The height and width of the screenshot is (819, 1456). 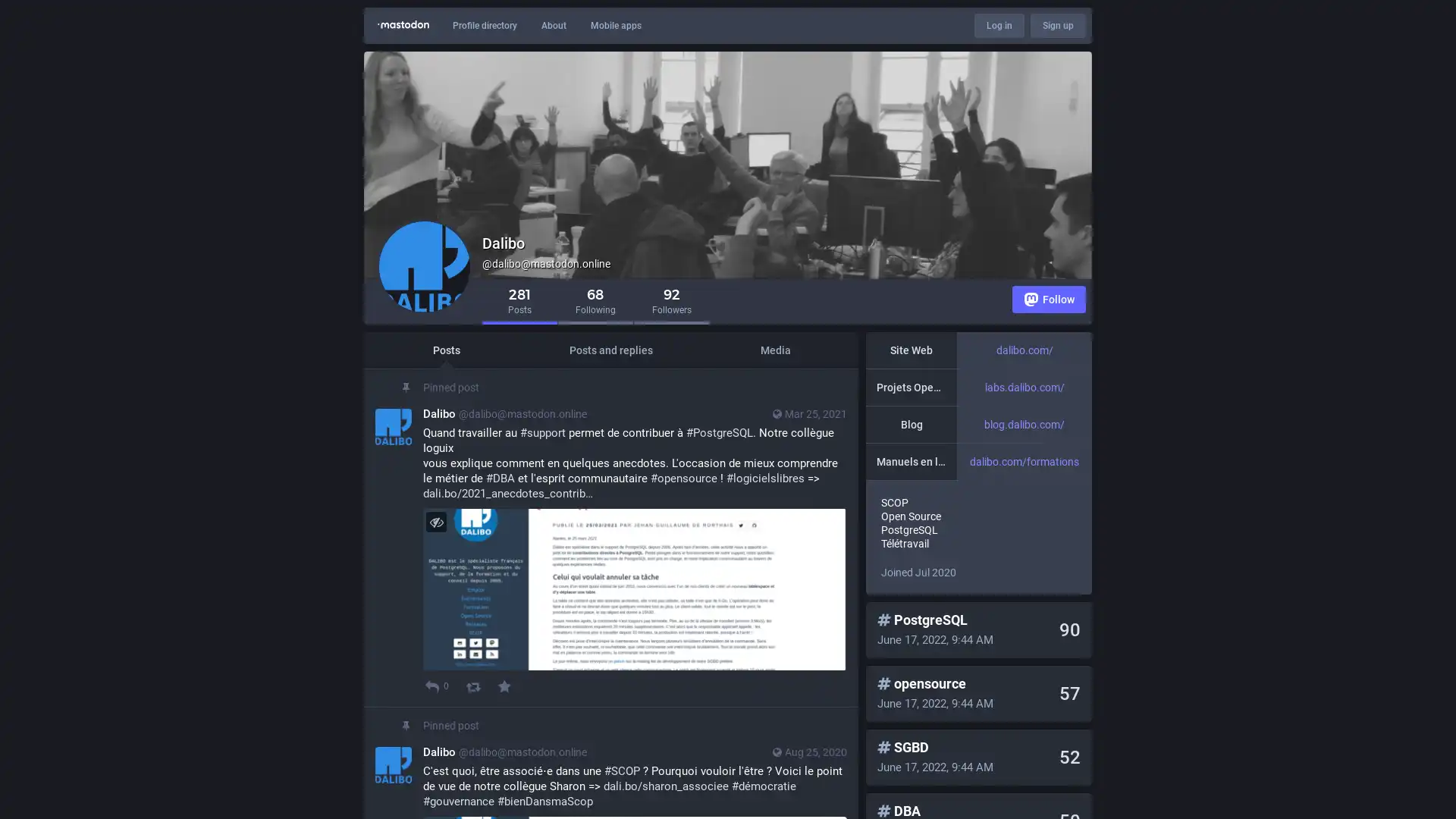 I want to click on Hide image, so click(x=435, y=521).